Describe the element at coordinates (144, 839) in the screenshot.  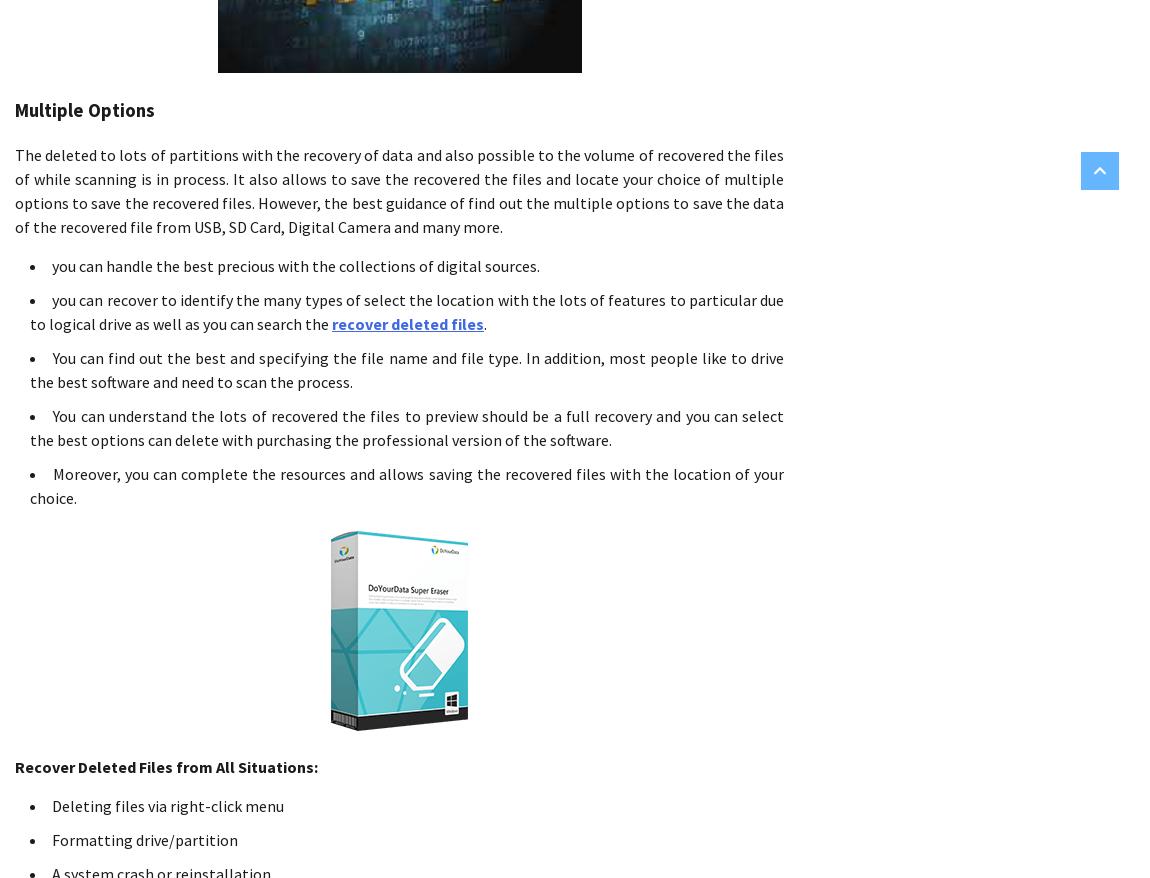
I see `'Formatting drive/partition'` at that location.